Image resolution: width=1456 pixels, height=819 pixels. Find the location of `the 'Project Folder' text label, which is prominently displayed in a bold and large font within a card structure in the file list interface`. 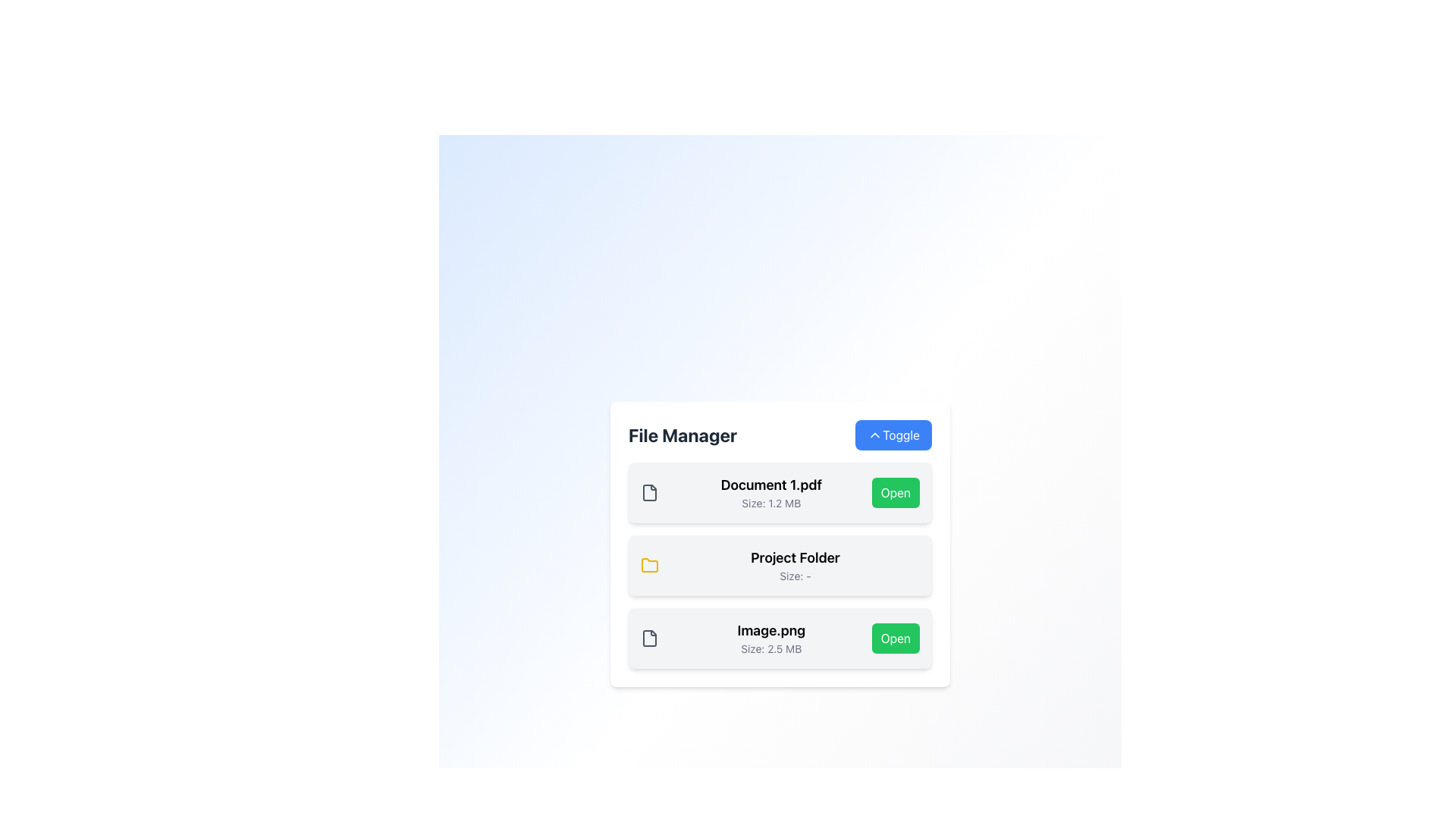

the 'Project Folder' text label, which is prominently displayed in a bold and large font within a card structure in the file list interface is located at coordinates (795, 558).